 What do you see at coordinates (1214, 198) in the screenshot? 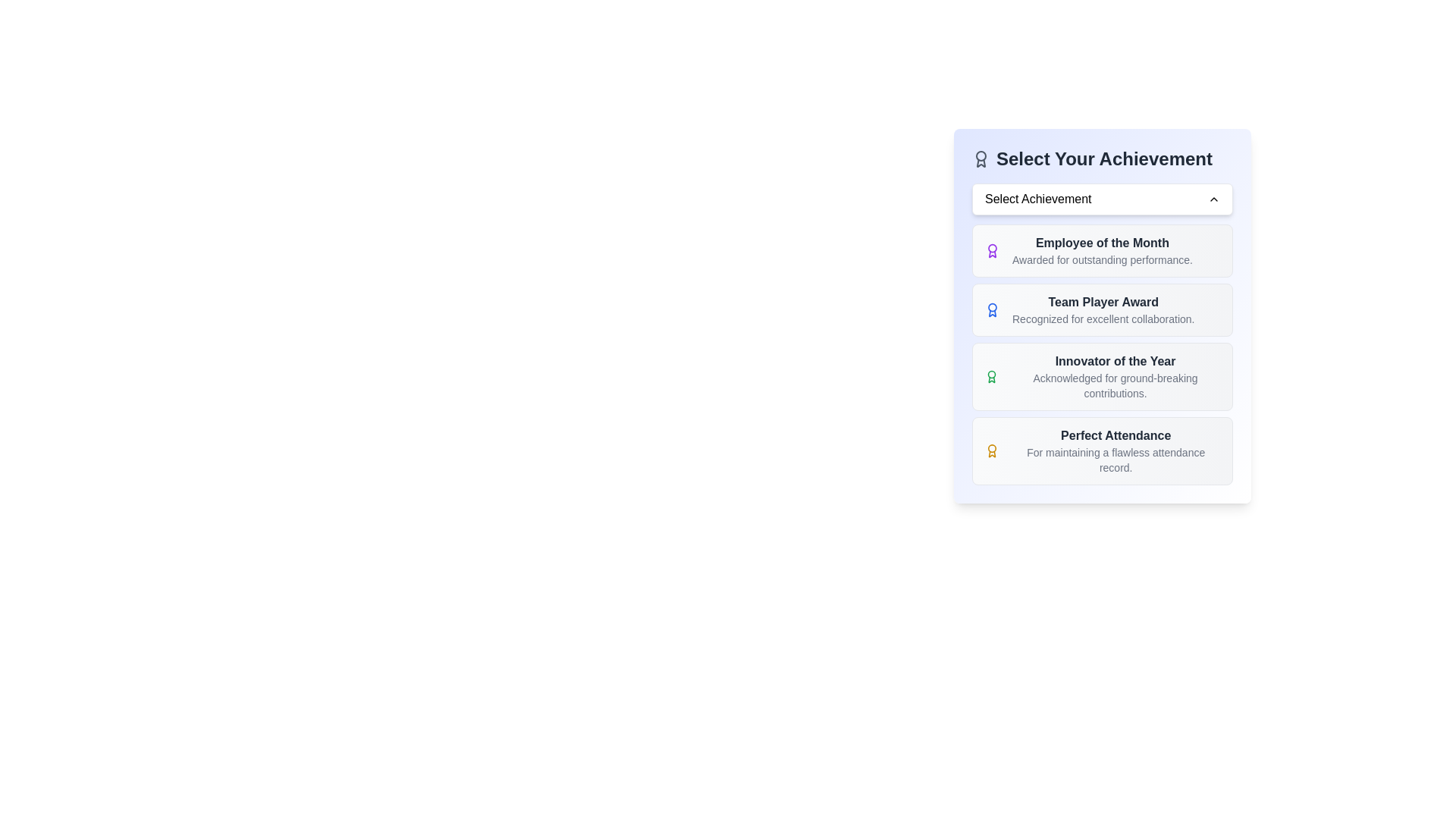
I see `the dropdown menu expansion icon located to the far right of the 'Select Achievement' bar for visual feedback` at bounding box center [1214, 198].